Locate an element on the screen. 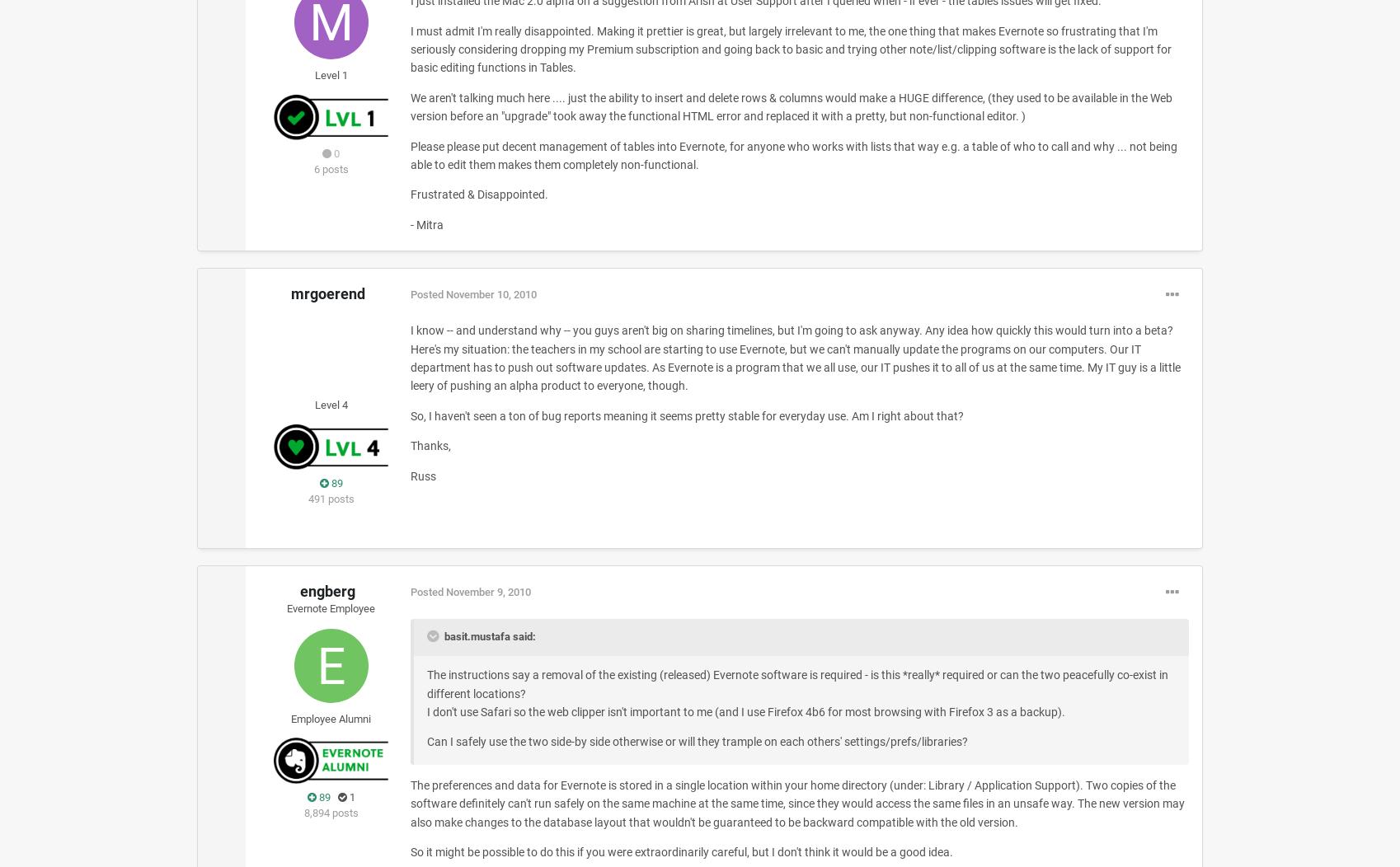 The width and height of the screenshot is (1400, 867). 'Please please put decent management of tables into Evernote, for anyone who works with lists that way e.g. a table of who to call and why ... not being able to edit them makes them completely non-functional.' is located at coordinates (792, 155).